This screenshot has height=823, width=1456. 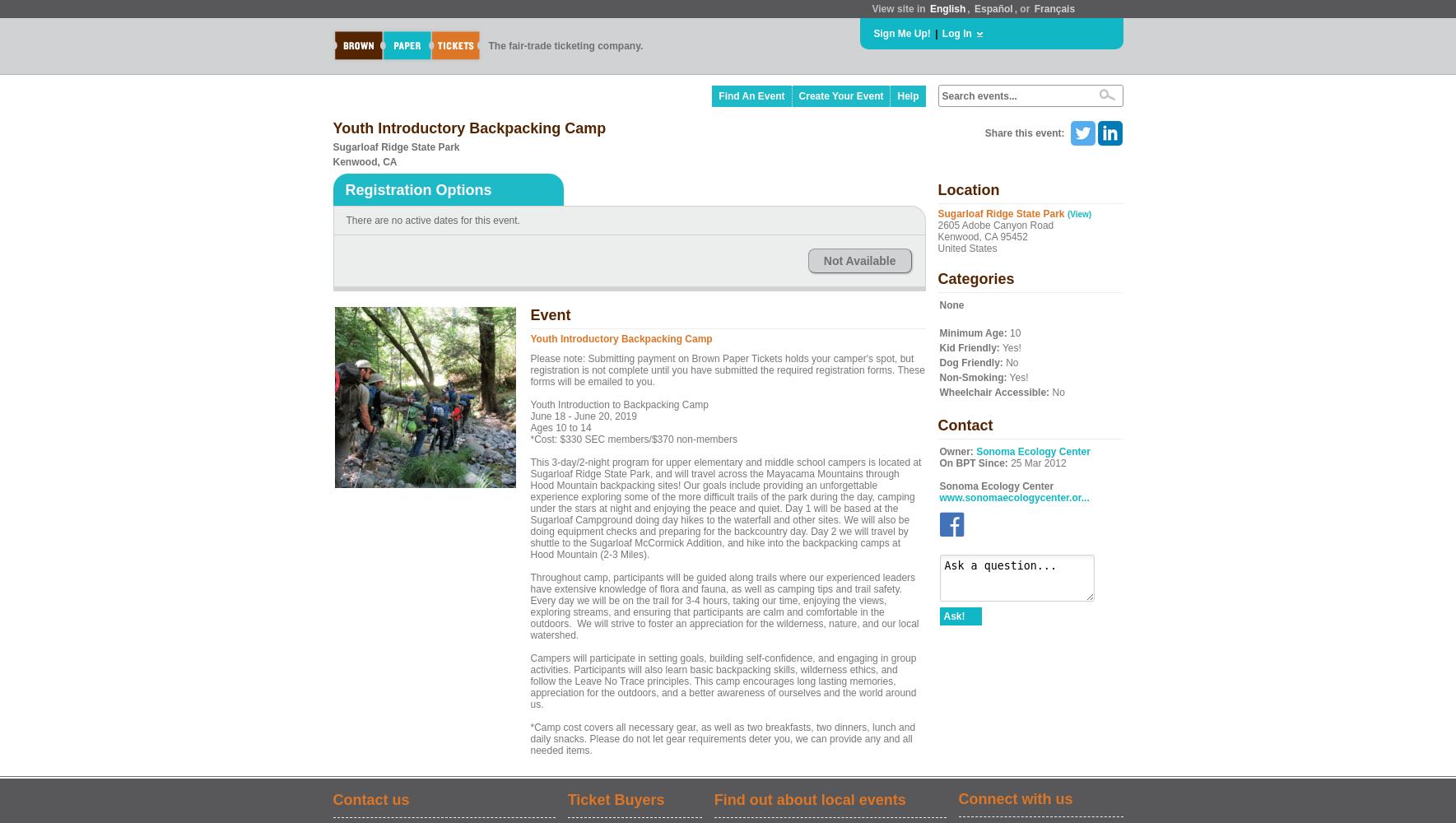 What do you see at coordinates (942, 616) in the screenshot?
I see `'Ask!'` at bounding box center [942, 616].